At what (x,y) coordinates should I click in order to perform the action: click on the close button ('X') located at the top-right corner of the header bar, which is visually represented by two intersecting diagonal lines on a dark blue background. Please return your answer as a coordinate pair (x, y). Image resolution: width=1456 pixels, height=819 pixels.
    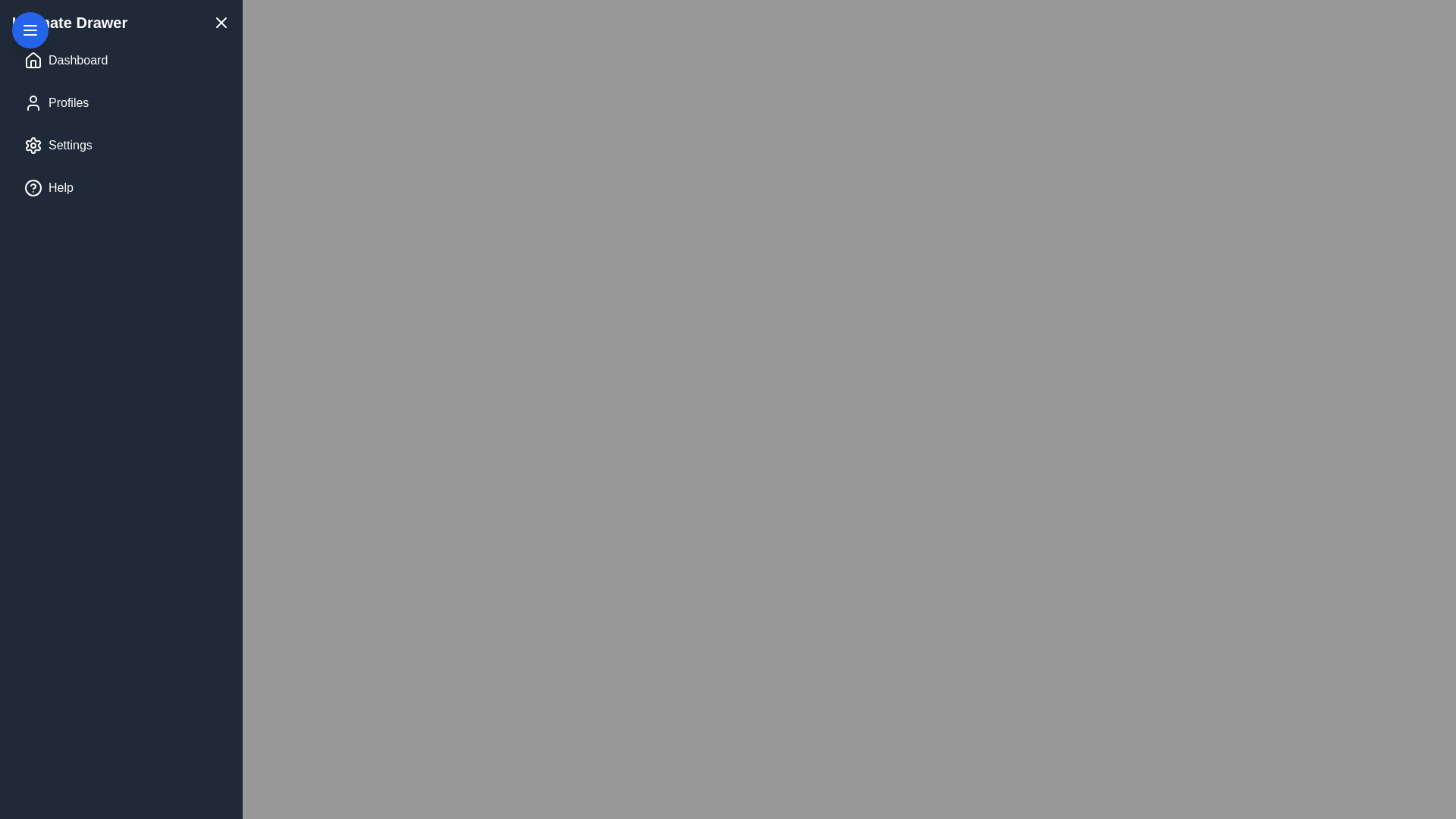
    Looking at the image, I should click on (221, 23).